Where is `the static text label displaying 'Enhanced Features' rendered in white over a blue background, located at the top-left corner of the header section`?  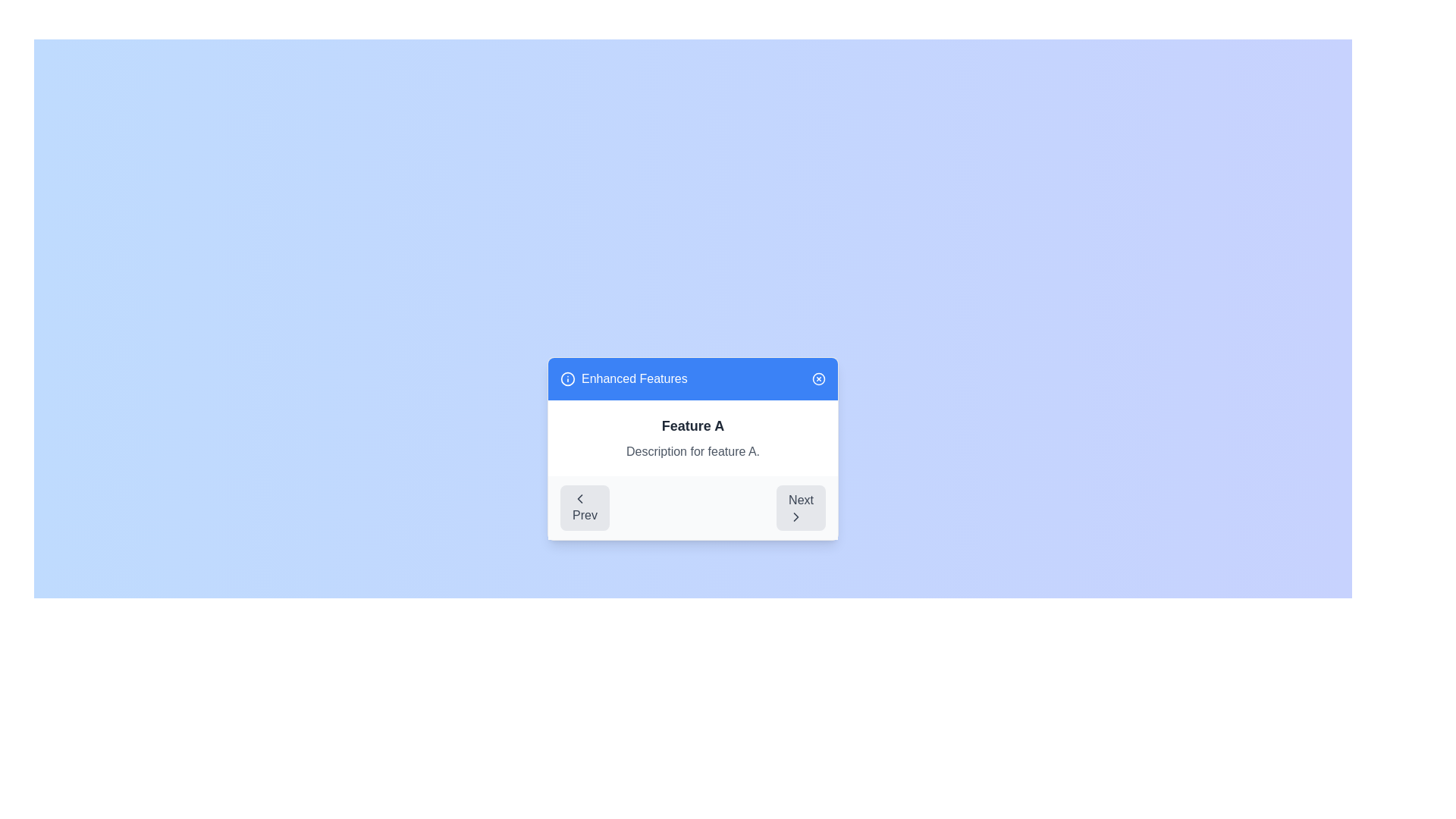
the static text label displaying 'Enhanced Features' rendered in white over a blue background, located at the top-left corner of the header section is located at coordinates (634, 378).